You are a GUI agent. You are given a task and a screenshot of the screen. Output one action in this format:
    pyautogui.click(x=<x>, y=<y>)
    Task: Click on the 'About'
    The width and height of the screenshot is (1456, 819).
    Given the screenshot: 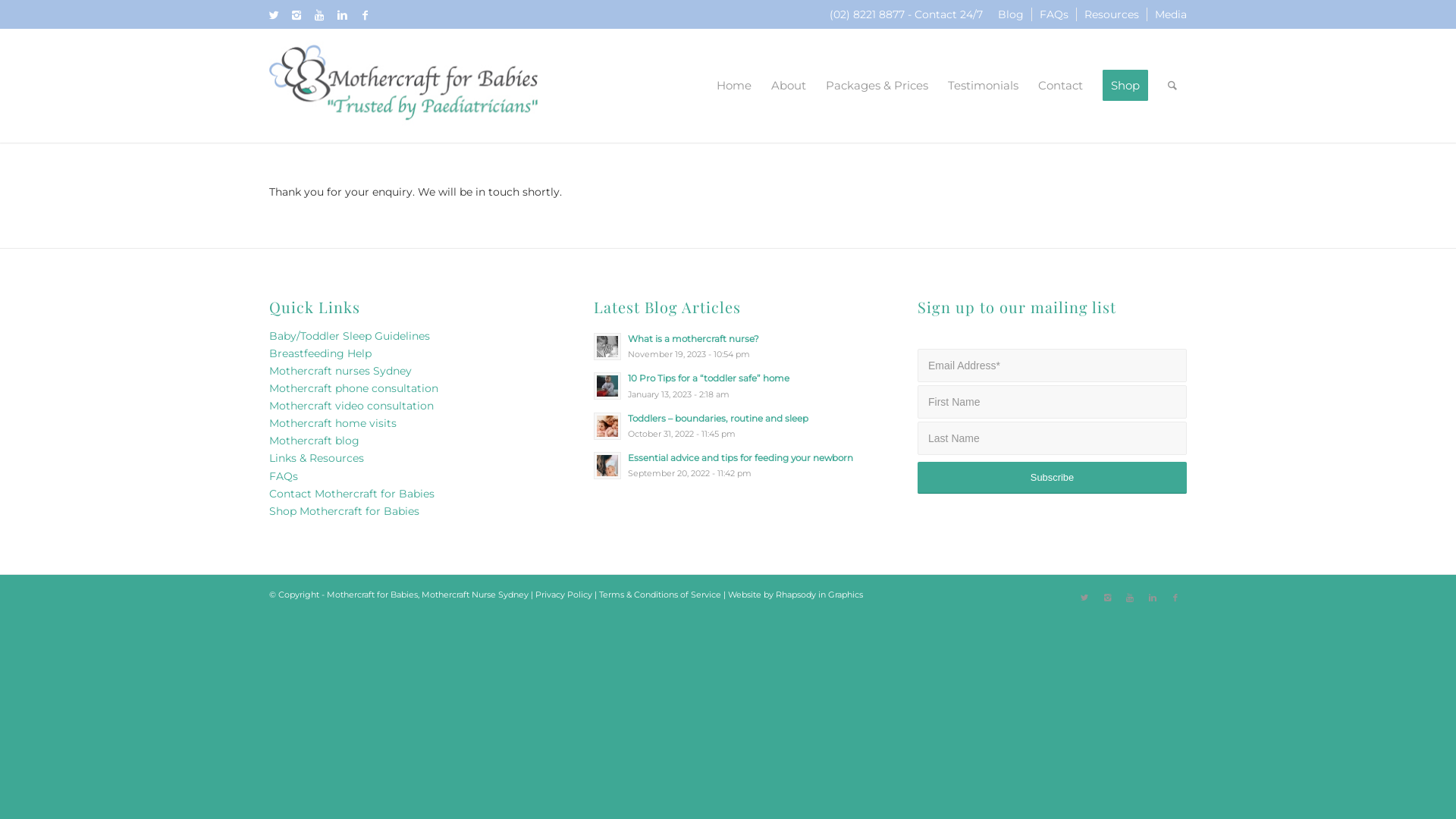 What is the action you would take?
    pyautogui.click(x=761, y=85)
    